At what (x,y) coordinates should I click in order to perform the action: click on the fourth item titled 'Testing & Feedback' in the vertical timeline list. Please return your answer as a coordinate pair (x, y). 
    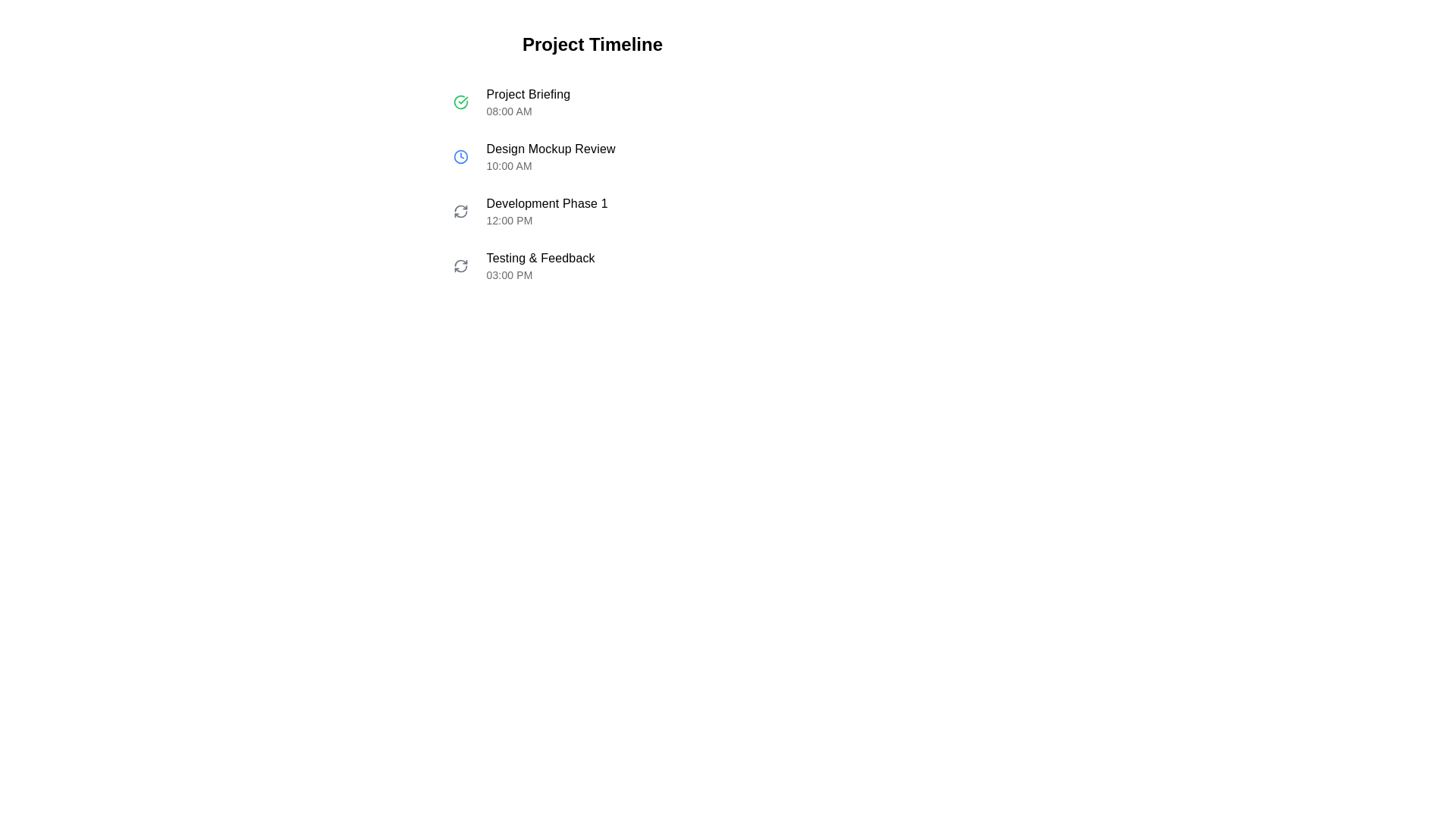
    Looking at the image, I should click on (612, 265).